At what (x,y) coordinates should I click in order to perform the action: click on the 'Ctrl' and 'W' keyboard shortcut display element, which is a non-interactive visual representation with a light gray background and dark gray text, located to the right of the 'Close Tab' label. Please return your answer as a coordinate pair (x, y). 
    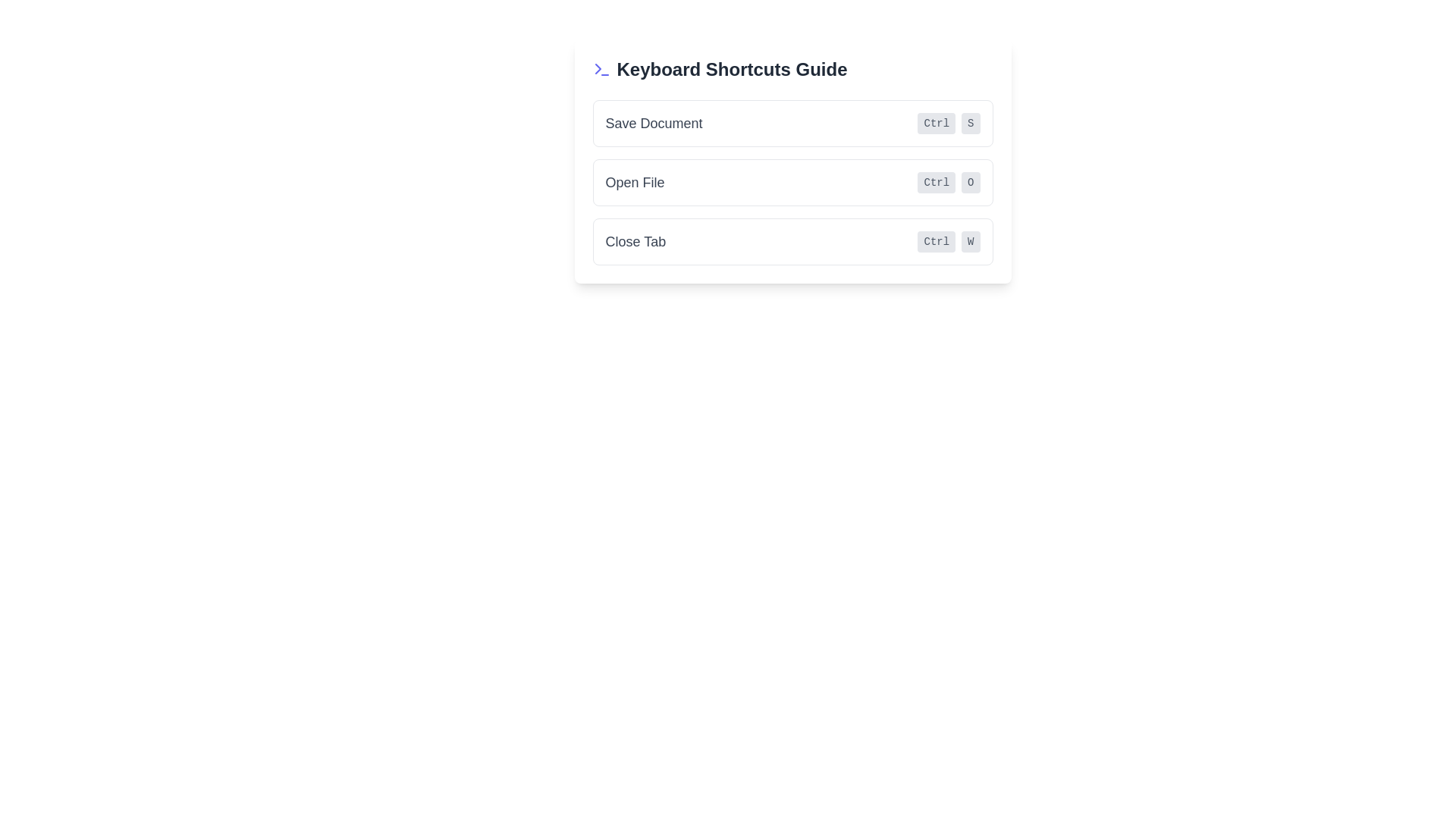
    Looking at the image, I should click on (948, 241).